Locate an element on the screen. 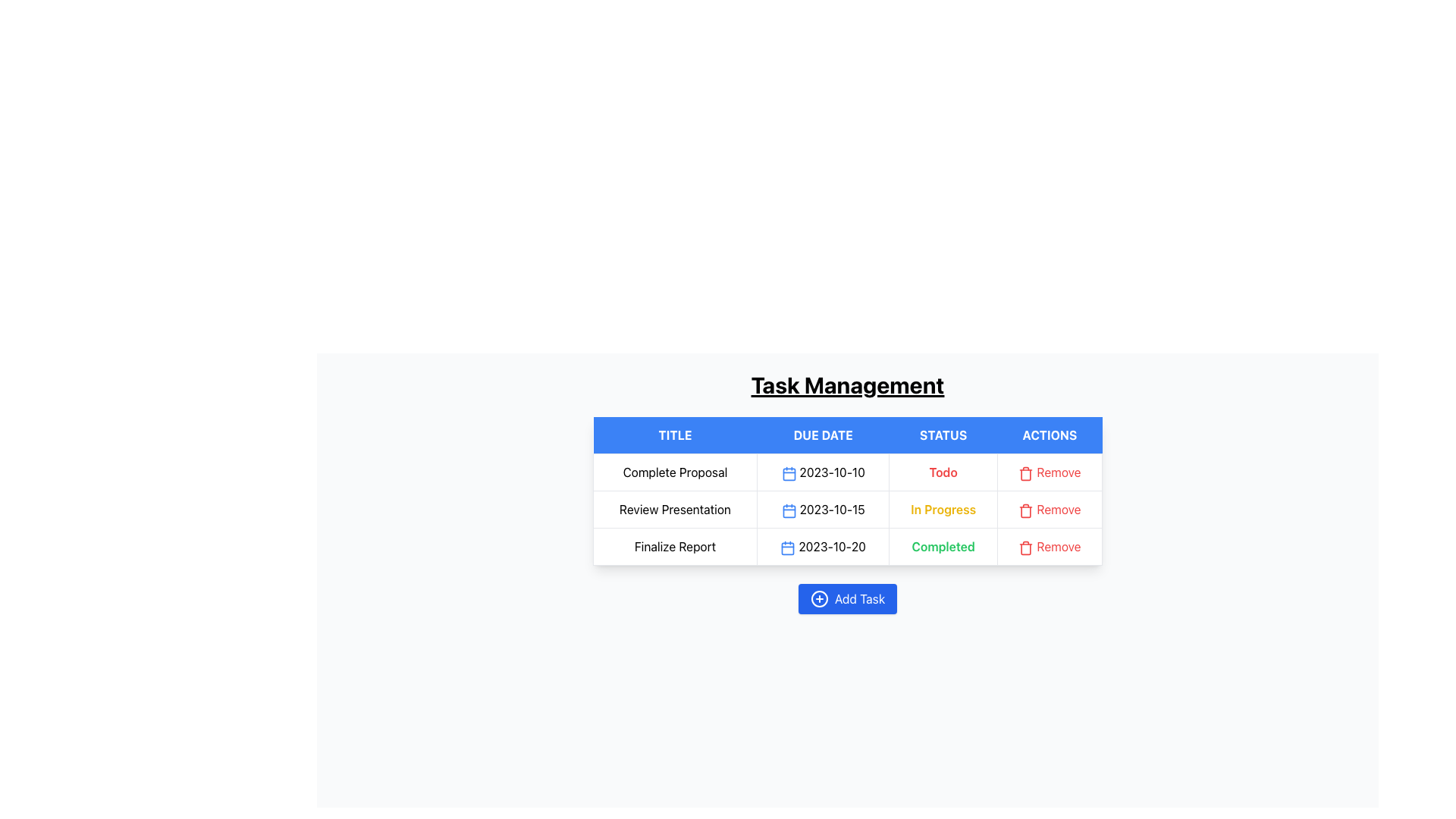 The width and height of the screenshot is (1456, 819). the red trash bin icon button with a 'Remove' label located in the 'Actions' column of the third row of the table, adjacent to the 'Completed' status is located at coordinates (1026, 548).